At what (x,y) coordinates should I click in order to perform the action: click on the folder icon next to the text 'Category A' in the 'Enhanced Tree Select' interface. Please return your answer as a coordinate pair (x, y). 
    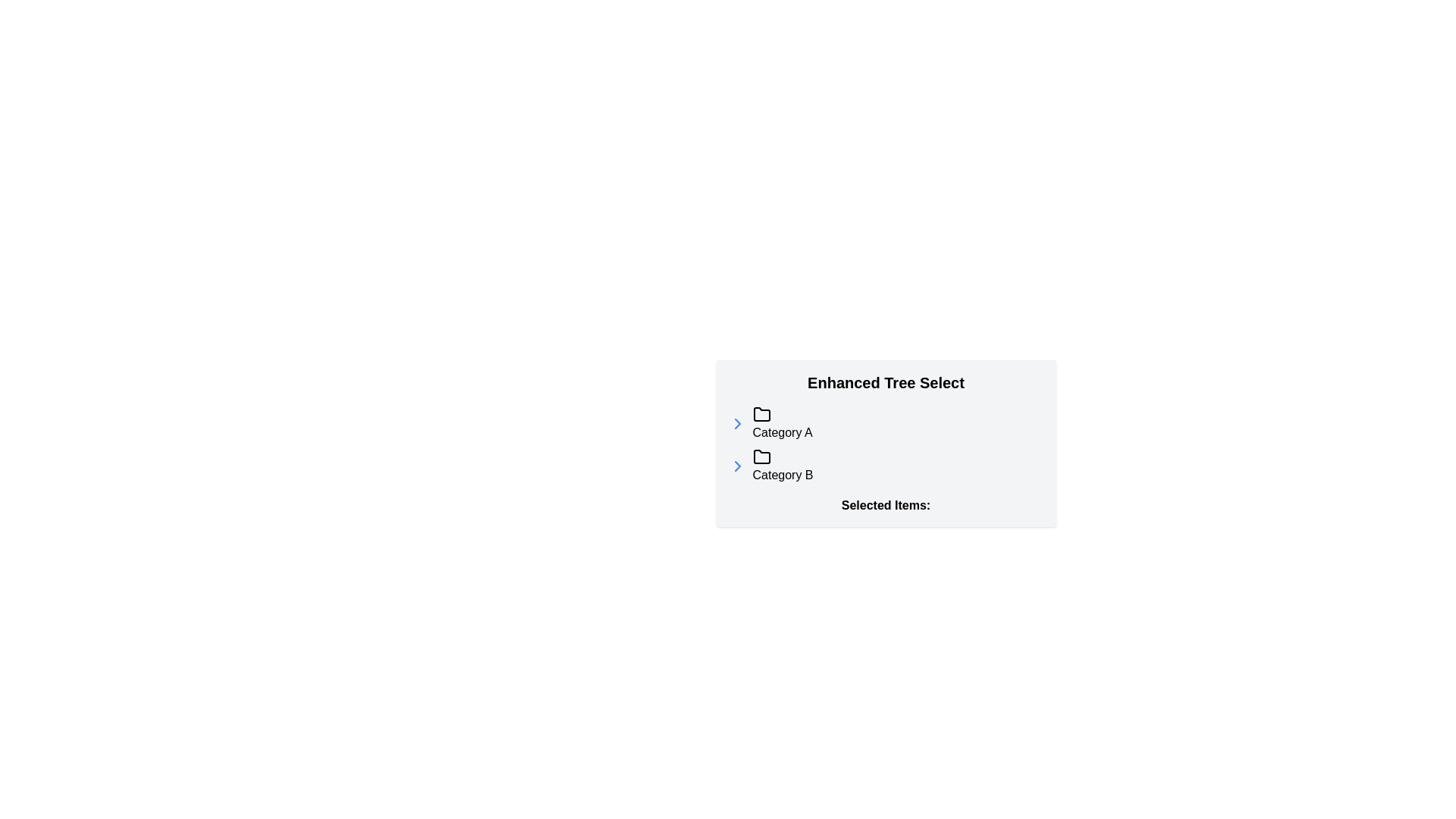
    Looking at the image, I should click on (761, 415).